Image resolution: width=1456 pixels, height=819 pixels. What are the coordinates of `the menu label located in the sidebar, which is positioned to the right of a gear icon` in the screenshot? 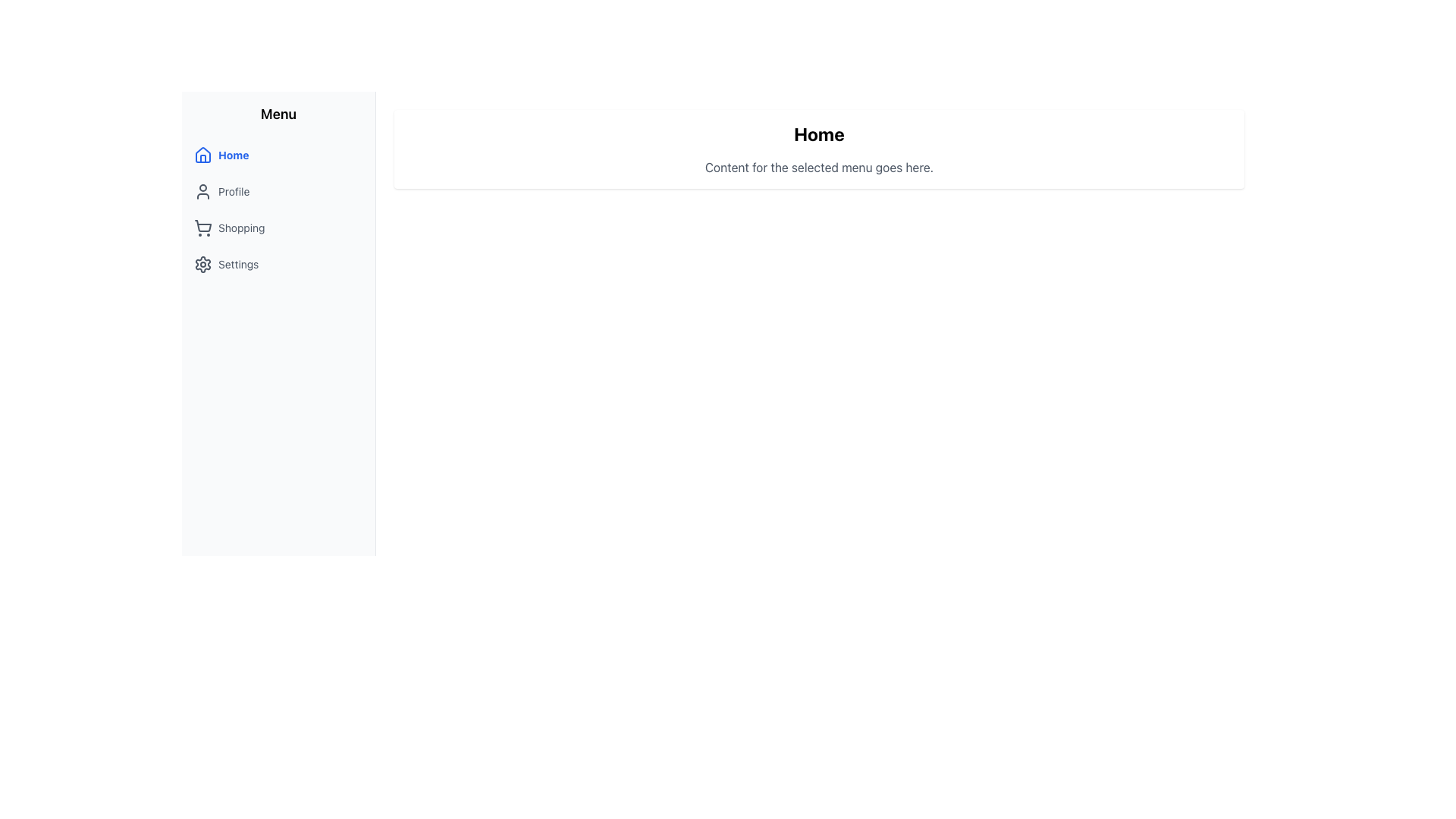 It's located at (237, 263).